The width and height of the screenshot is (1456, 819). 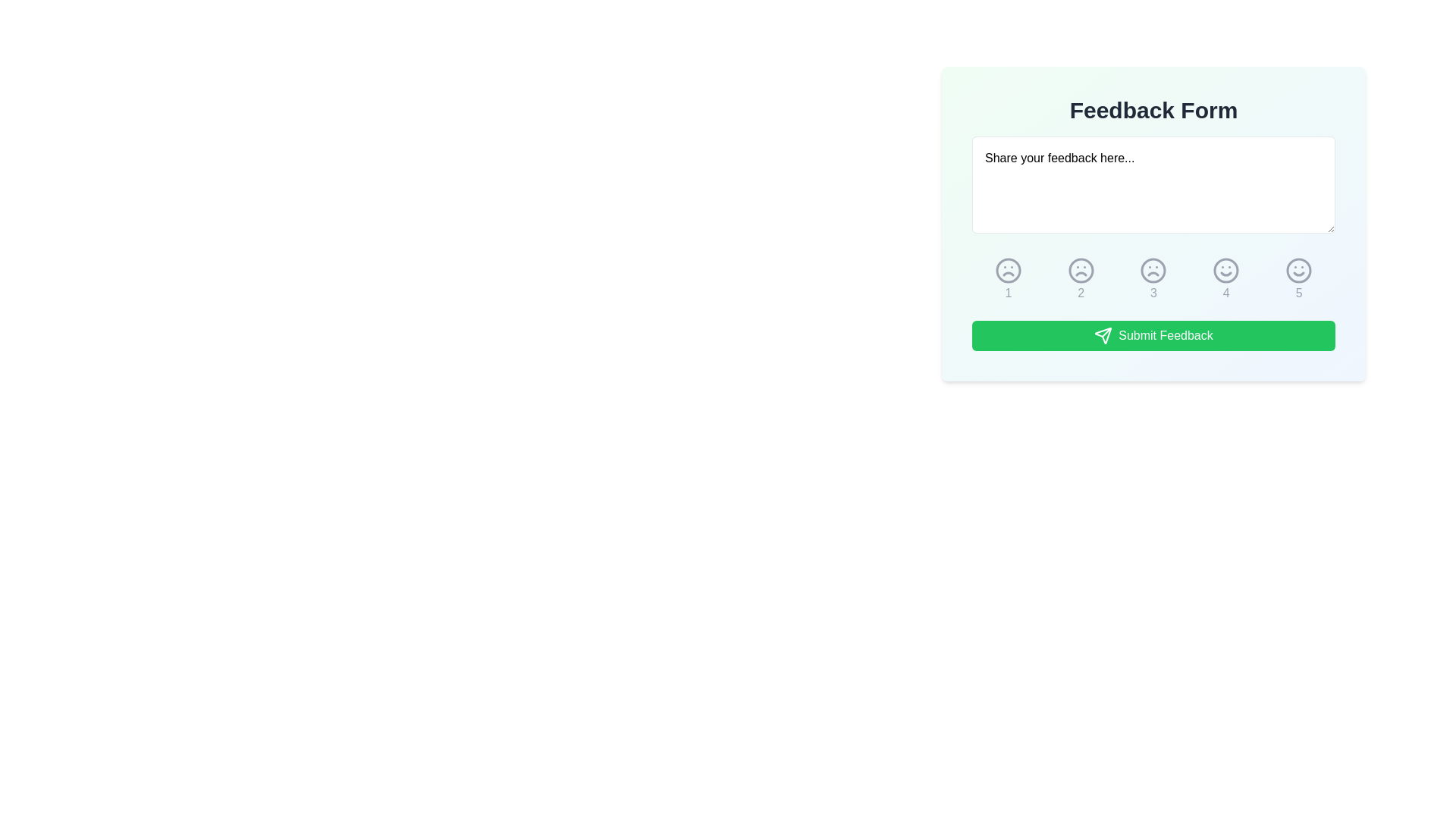 What do you see at coordinates (1153, 110) in the screenshot?
I see `the bold, large-sized text reading 'Feedback Form' located at the top of the feedback form section, just above the input field labeled 'Share your feedback here...'` at bounding box center [1153, 110].